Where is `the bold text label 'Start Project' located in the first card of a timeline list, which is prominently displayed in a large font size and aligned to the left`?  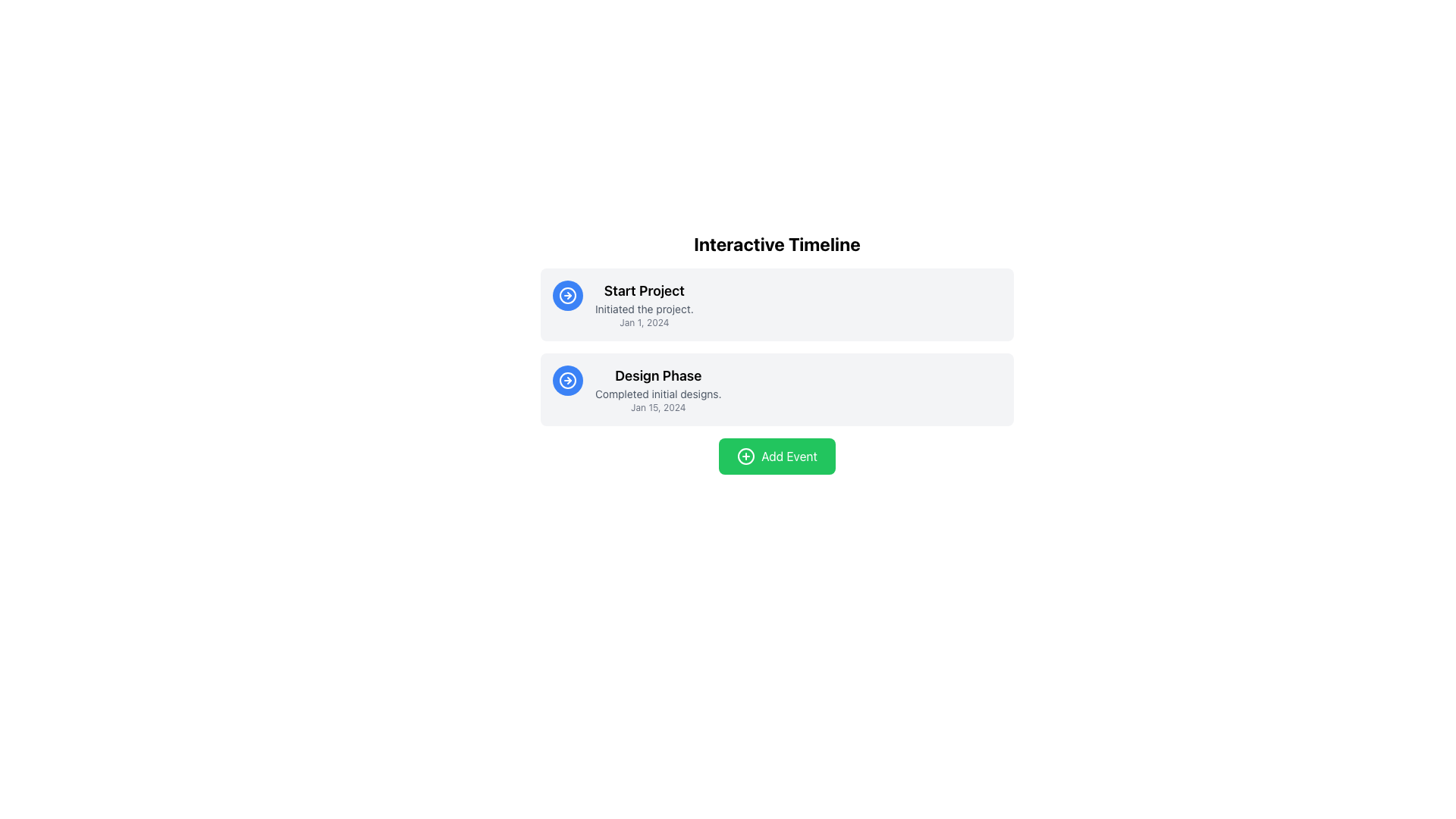 the bold text label 'Start Project' located in the first card of a timeline list, which is prominently displayed in a large font size and aligned to the left is located at coordinates (644, 291).